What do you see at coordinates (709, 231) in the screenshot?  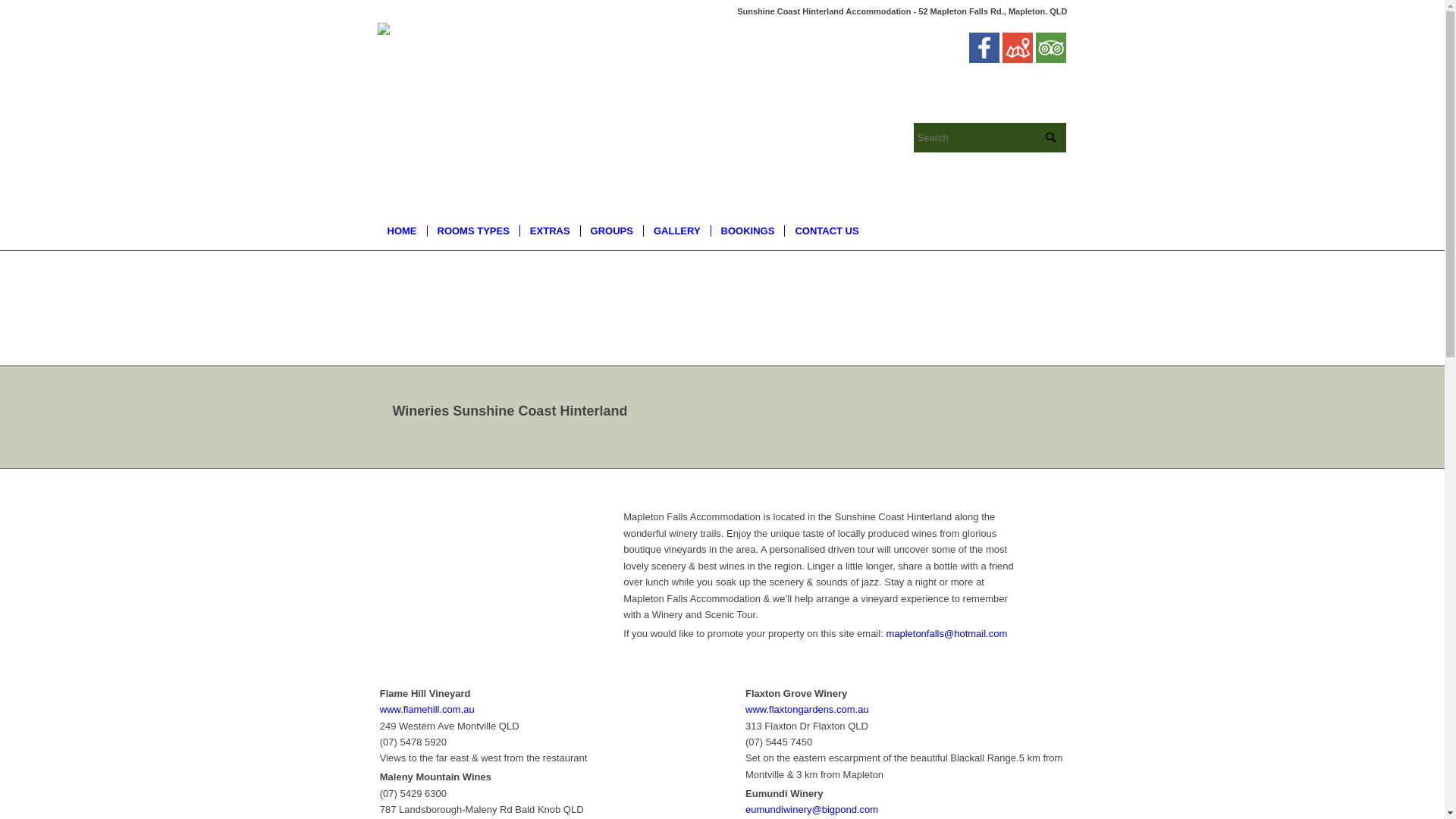 I see `'BOOKINGS'` at bounding box center [709, 231].